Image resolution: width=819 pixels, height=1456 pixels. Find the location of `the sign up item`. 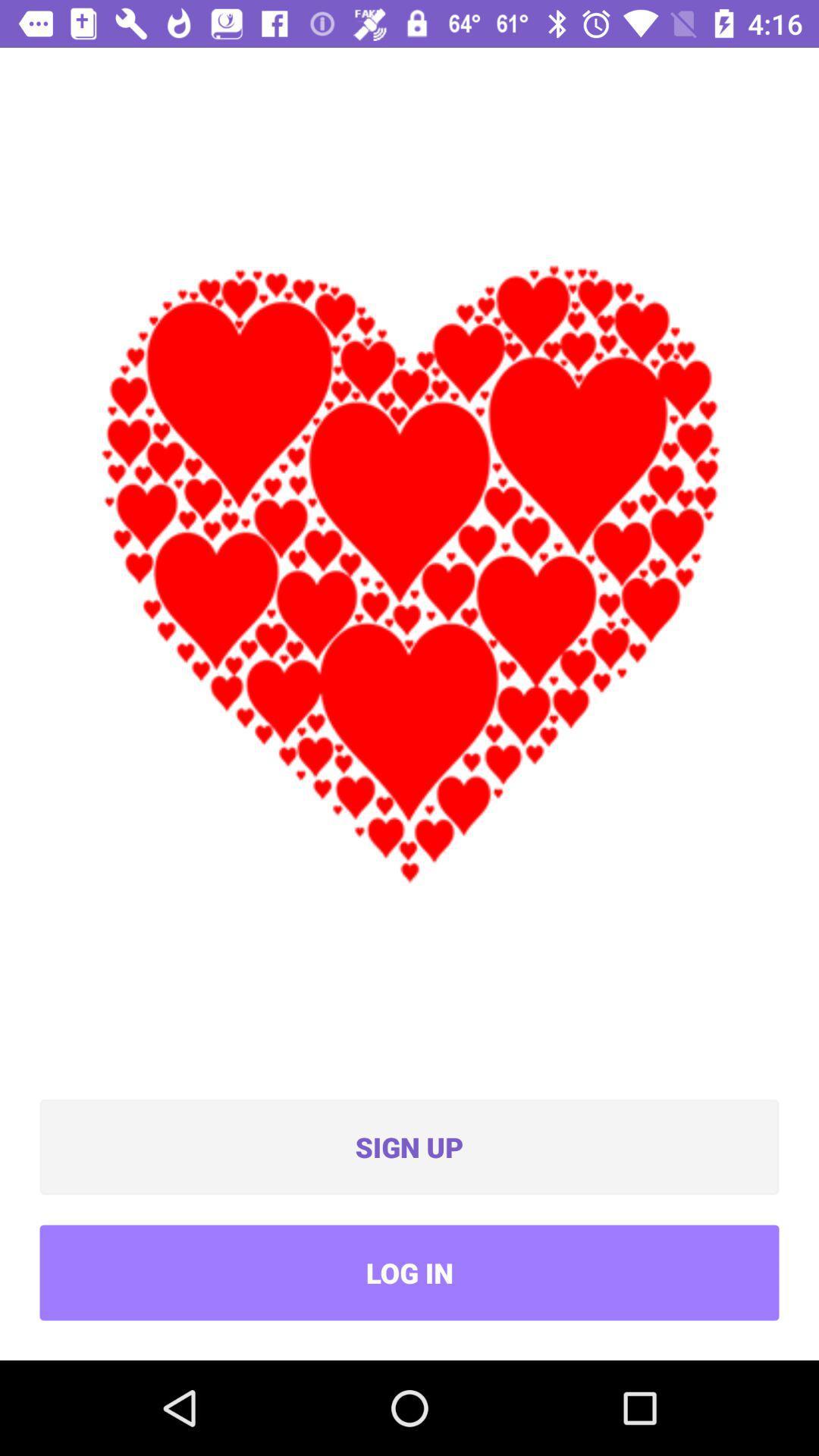

the sign up item is located at coordinates (409, 1147).